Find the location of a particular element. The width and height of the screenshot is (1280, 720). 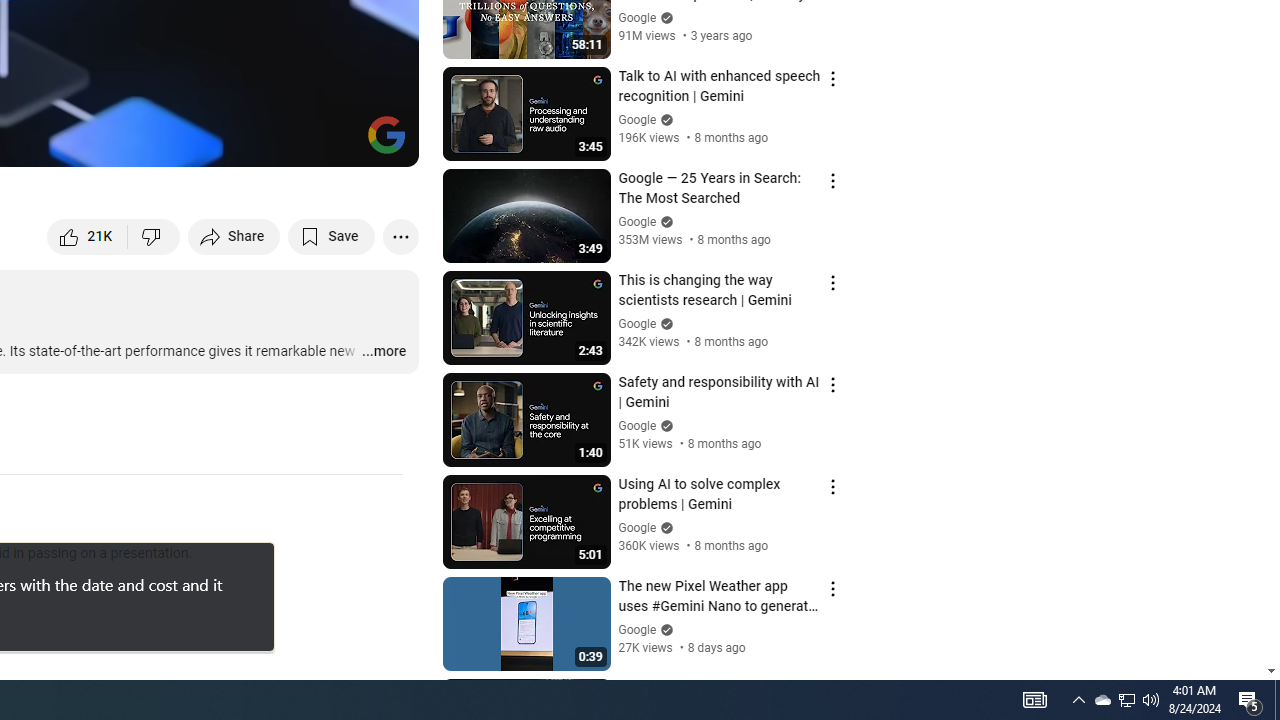

'Channel watermark' is located at coordinates (386, 135).